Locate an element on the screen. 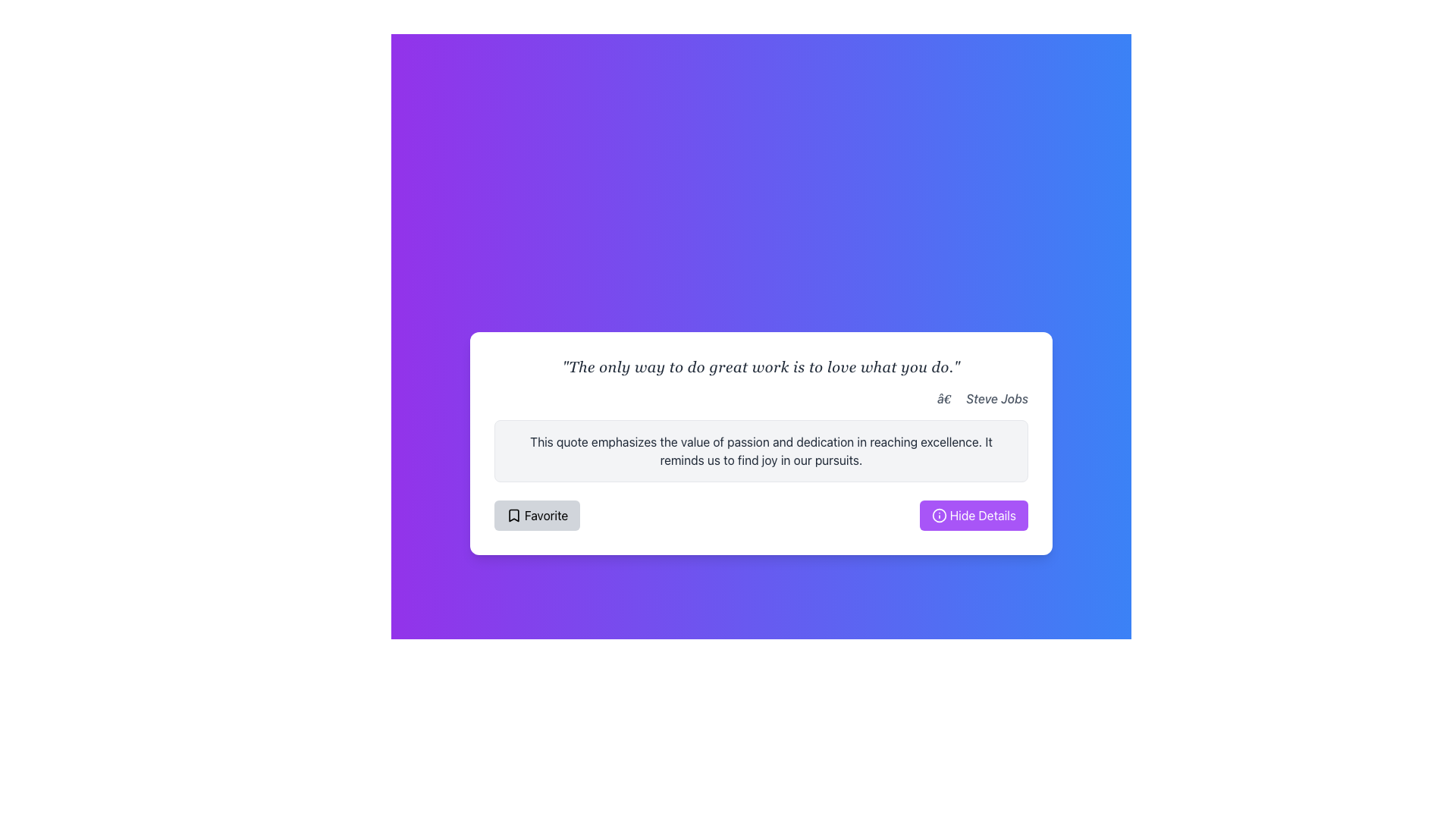  the small dark bookmark icon located within the 'Favorite' button, positioned toward the left side of the button's content area is located at coordinates (513, 514).